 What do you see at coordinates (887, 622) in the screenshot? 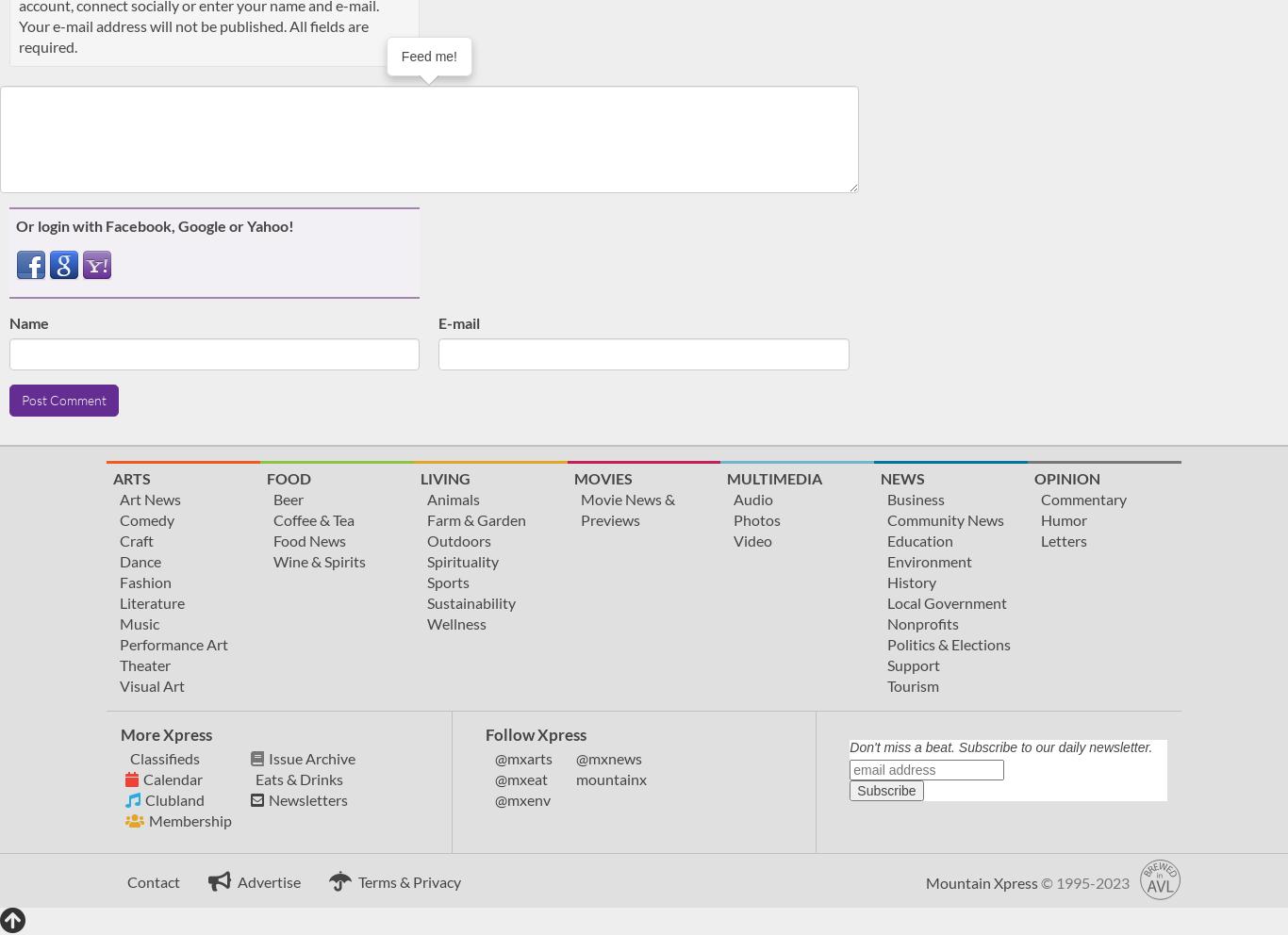
I see `'Nonprofits'` at bounding box center [887, 622].